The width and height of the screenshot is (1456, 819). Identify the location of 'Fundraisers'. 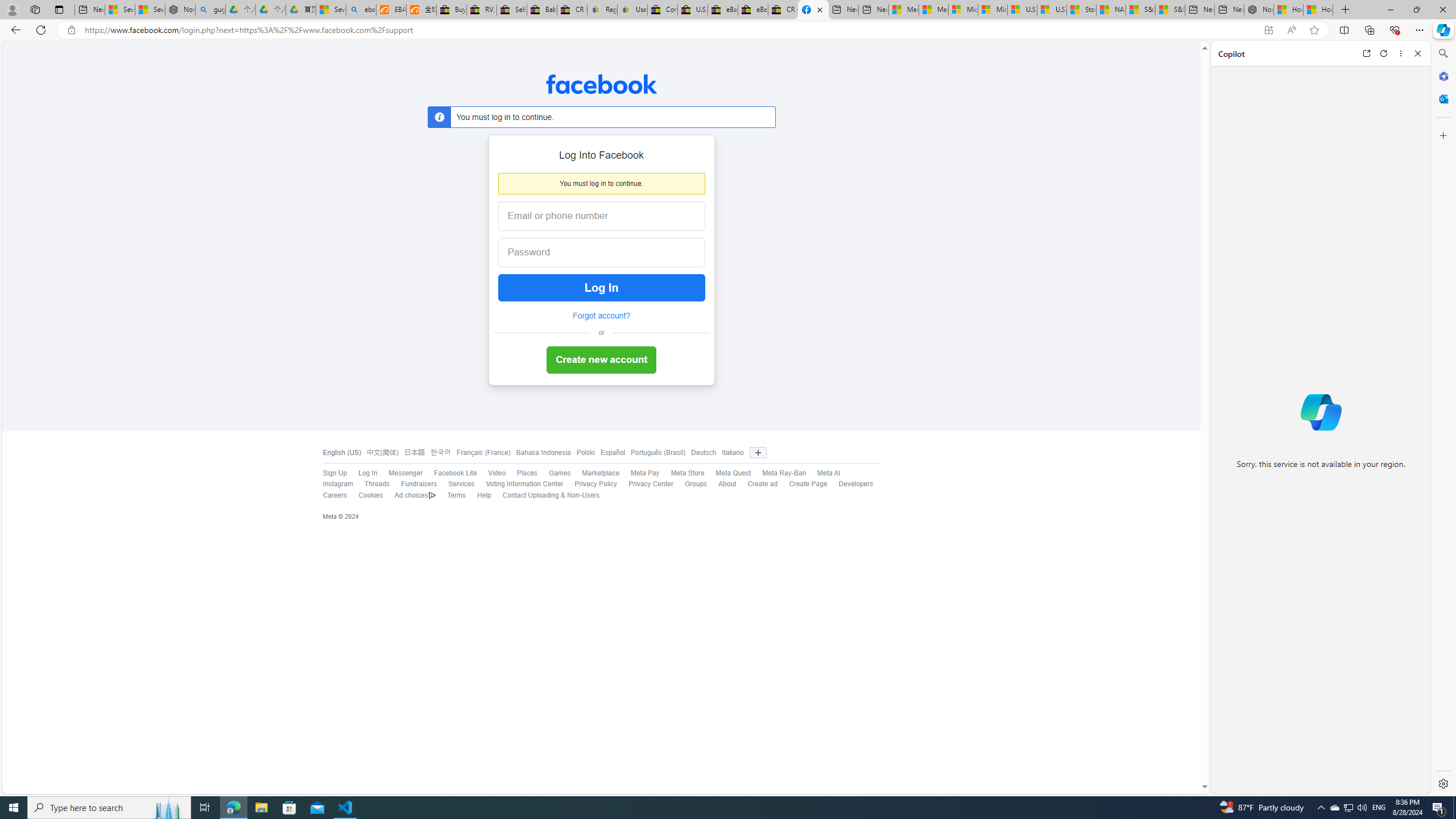
(412, 484).